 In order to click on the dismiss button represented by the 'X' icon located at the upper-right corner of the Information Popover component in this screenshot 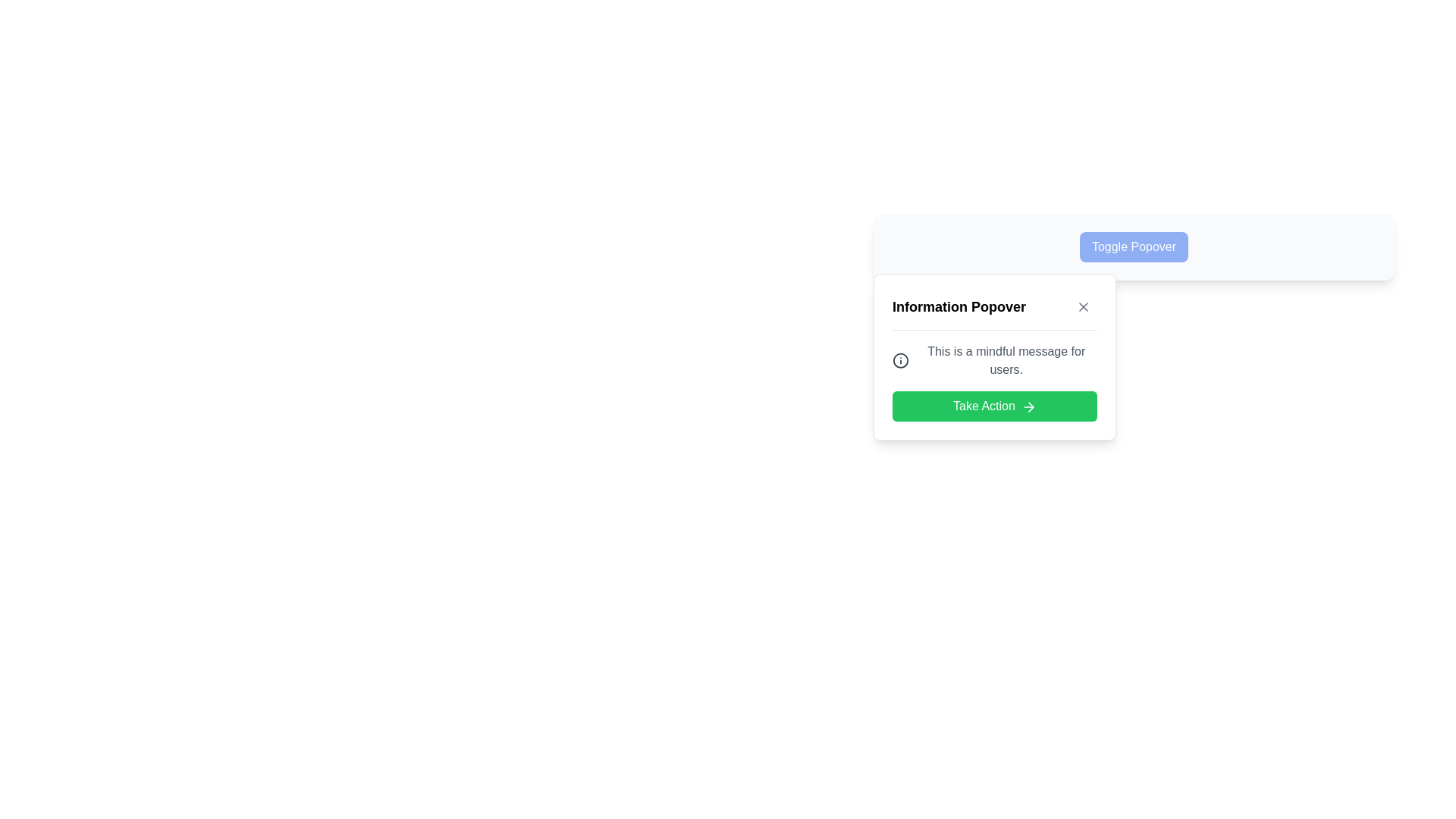, I will do `click(1083, 307)`.